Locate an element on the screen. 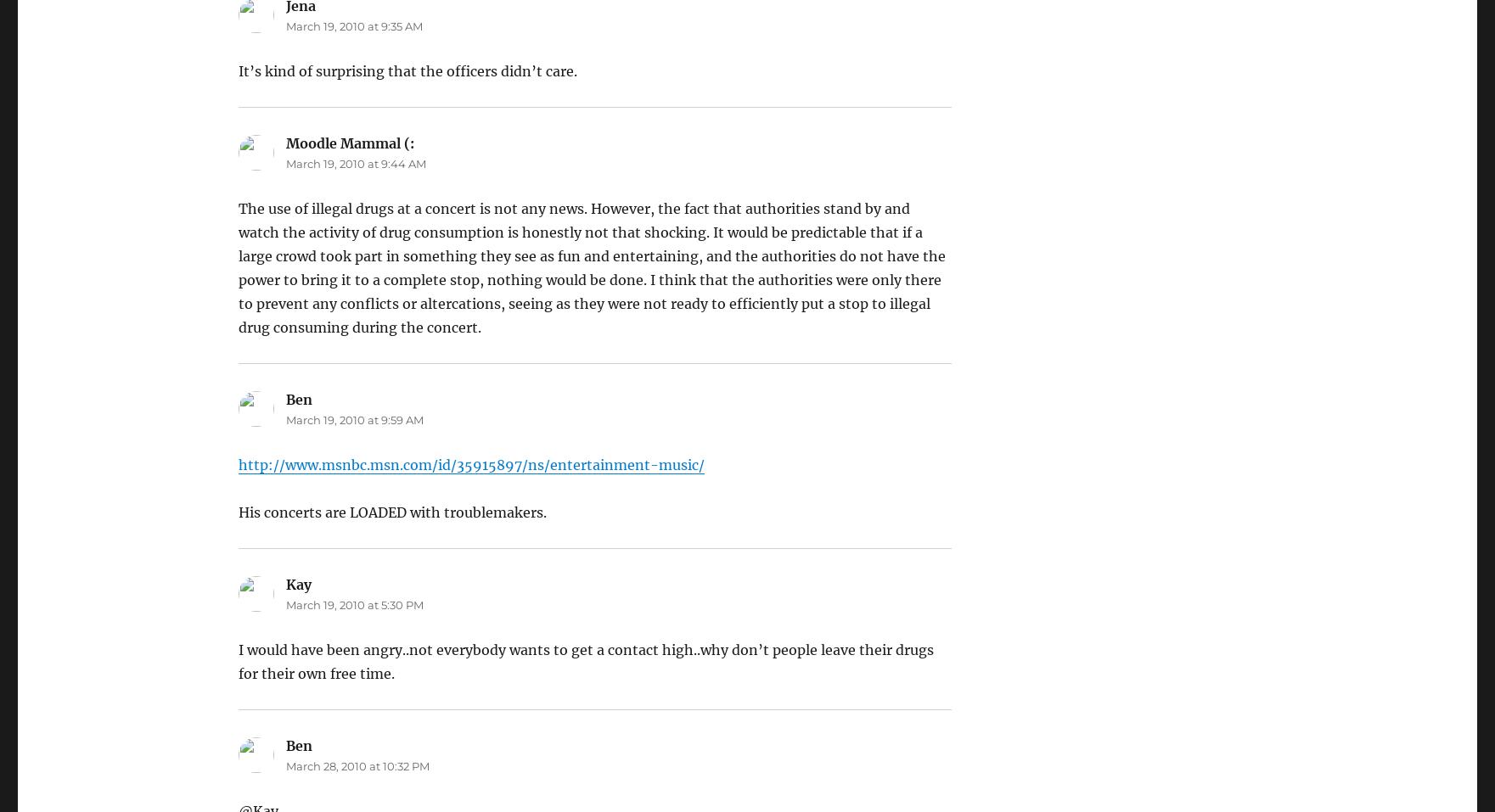 The image size is (1495, 812). 'March 19, 2010 at 9:44 AM' is located at coordinates (354, 163).